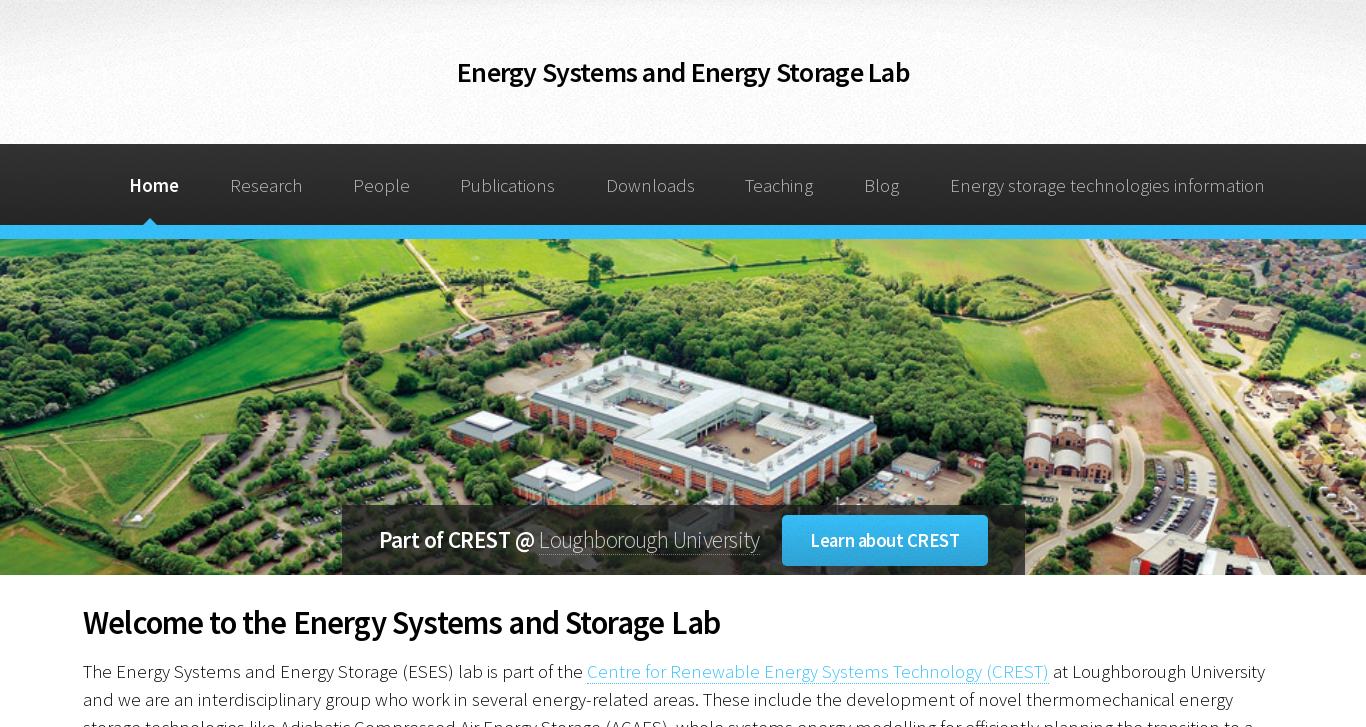 The width and height of the screenshot is (1366, 727). I want to click on 'Centre for Renewable Energy Systems Technology (CREST)', so click(816, 669).